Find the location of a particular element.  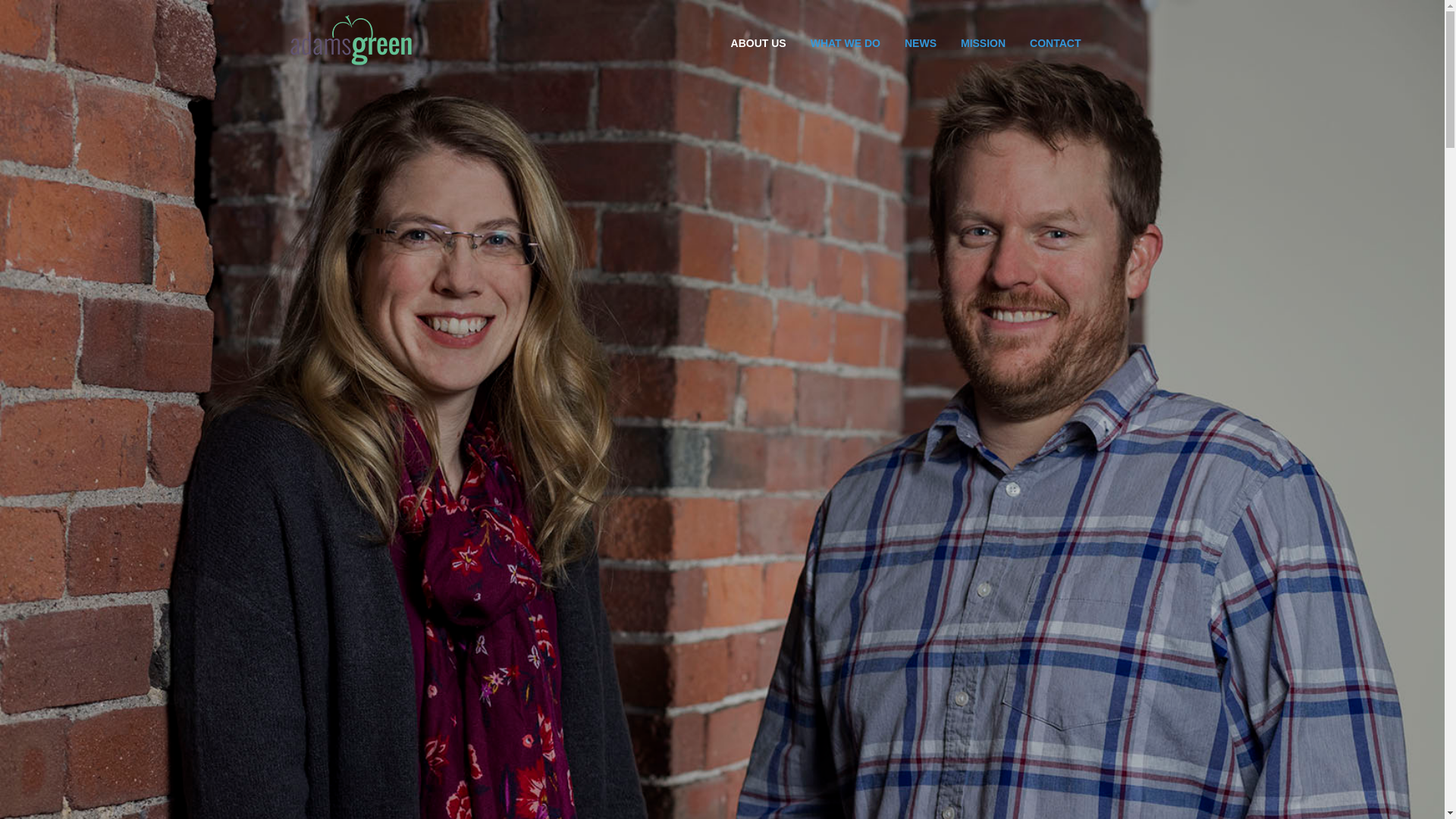

'MISSION' is located at coordinates (948, 42).